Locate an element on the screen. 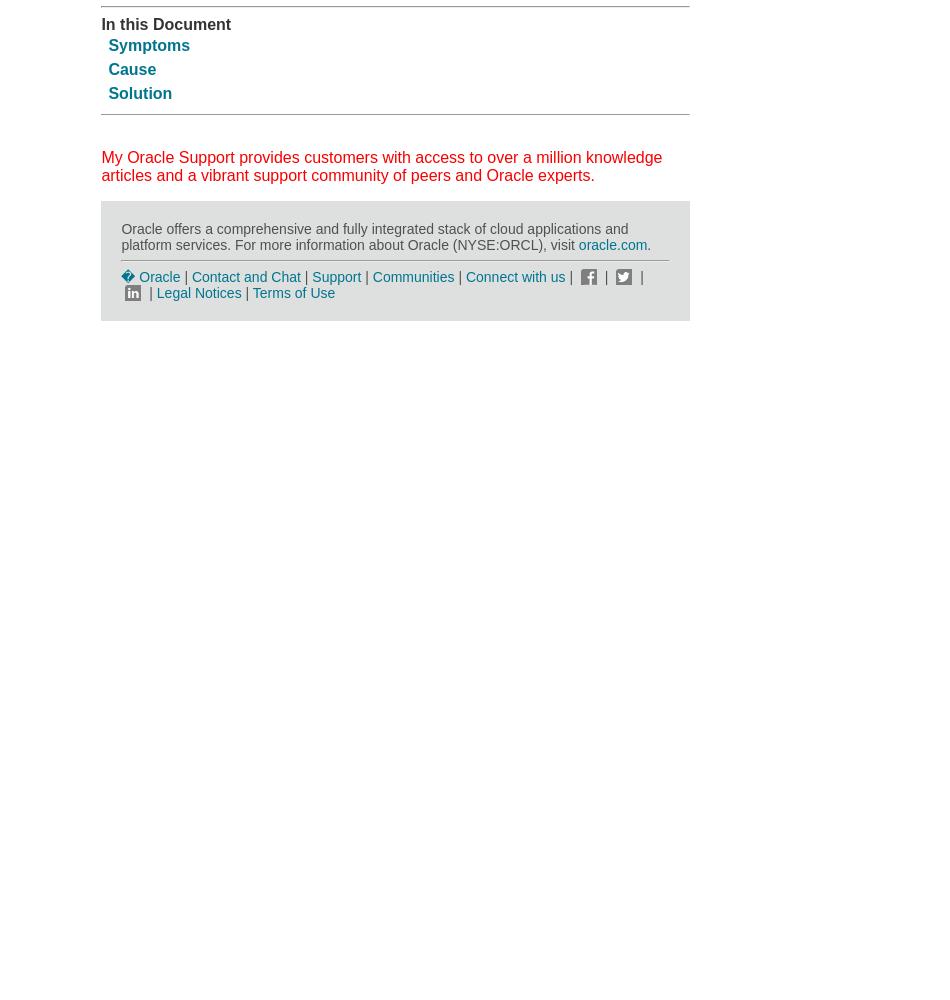  '� Oracle' is located at coordinates (150, 276).